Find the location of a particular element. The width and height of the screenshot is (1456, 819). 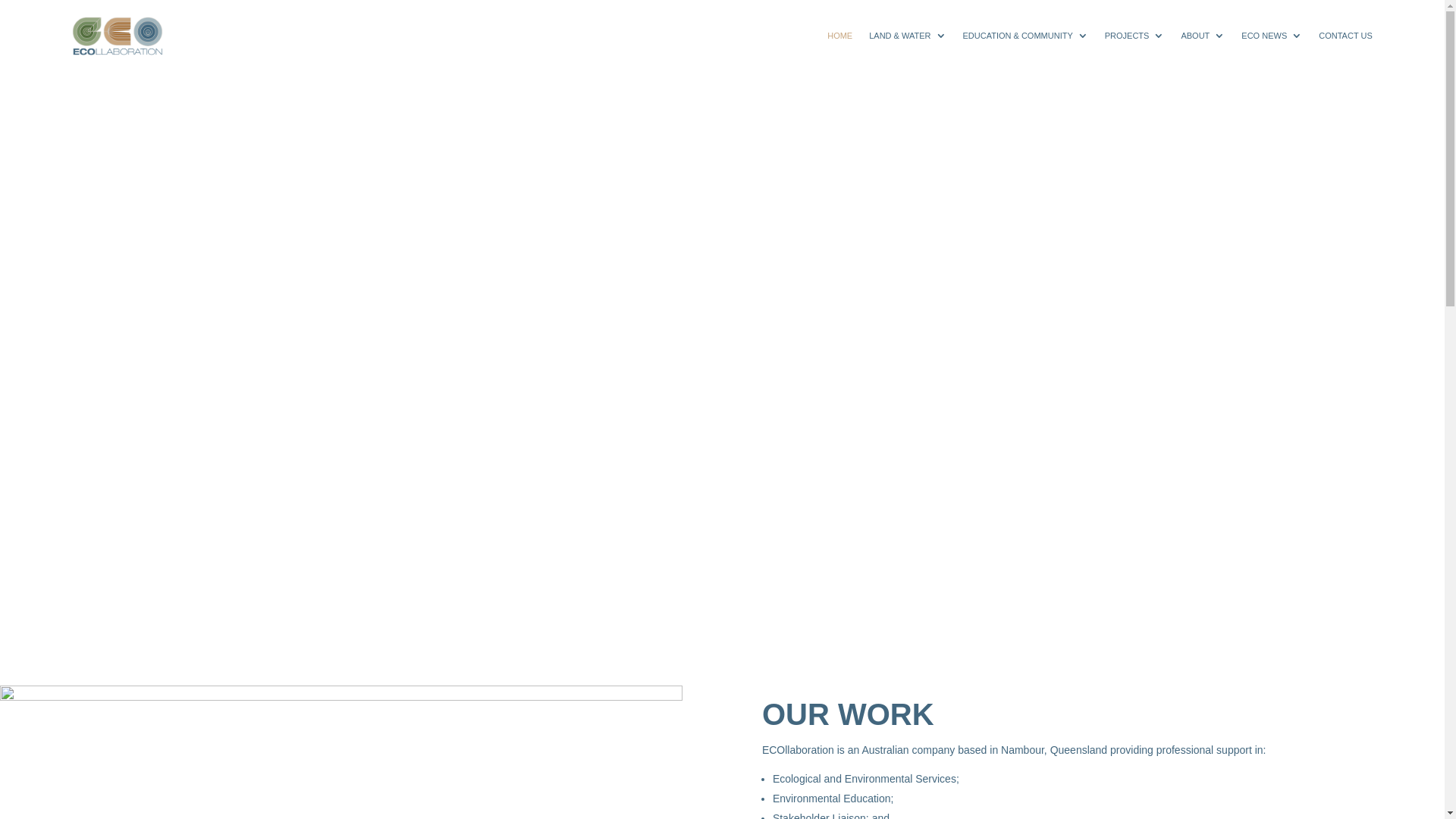

'EDUCATION & COMMUNITY' is located at coordinates (1025, 35).